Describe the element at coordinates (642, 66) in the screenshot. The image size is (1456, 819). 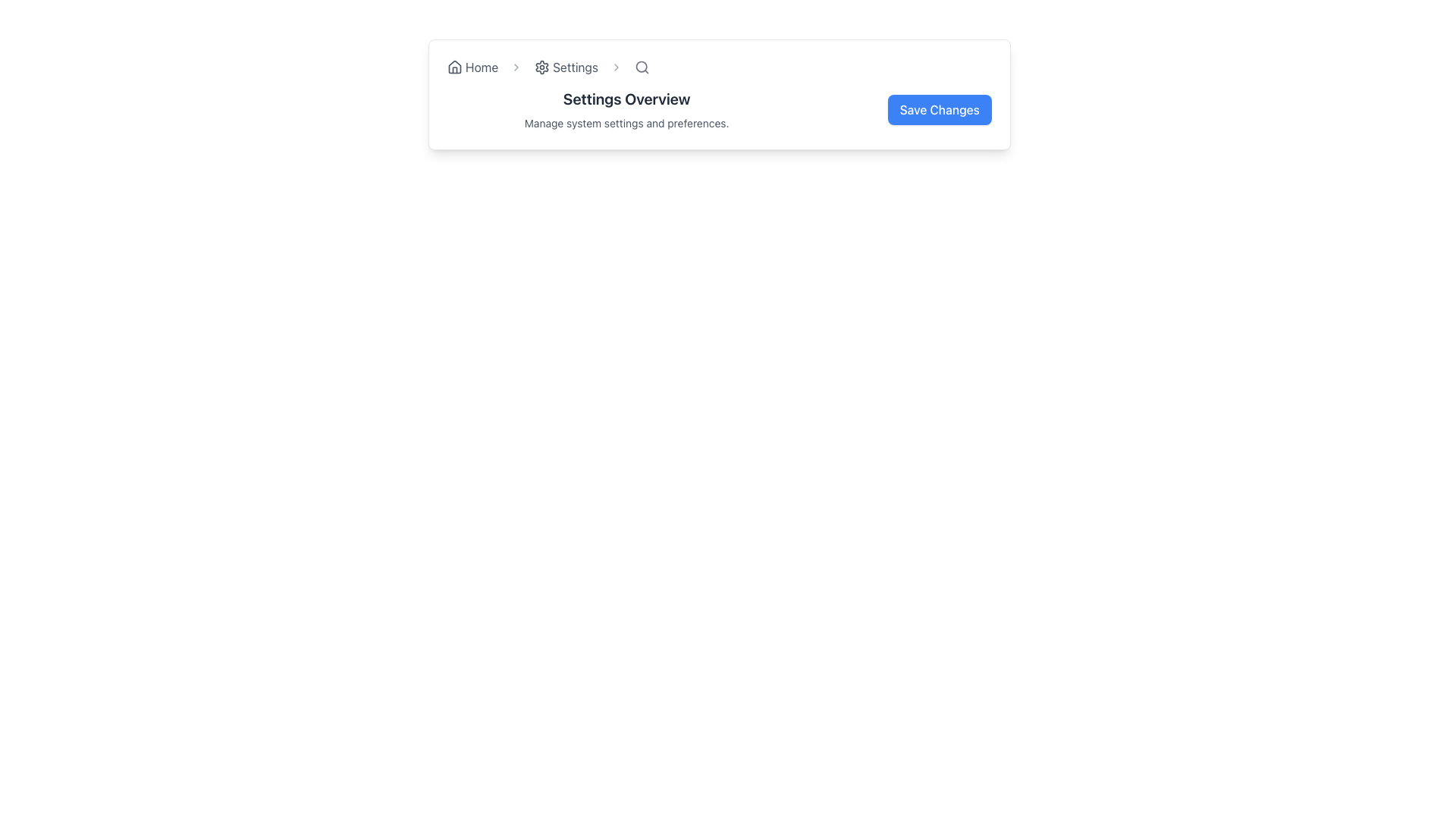
I see `the main circular body of the search icon located in the upper-right corner navigation bar` at that location.